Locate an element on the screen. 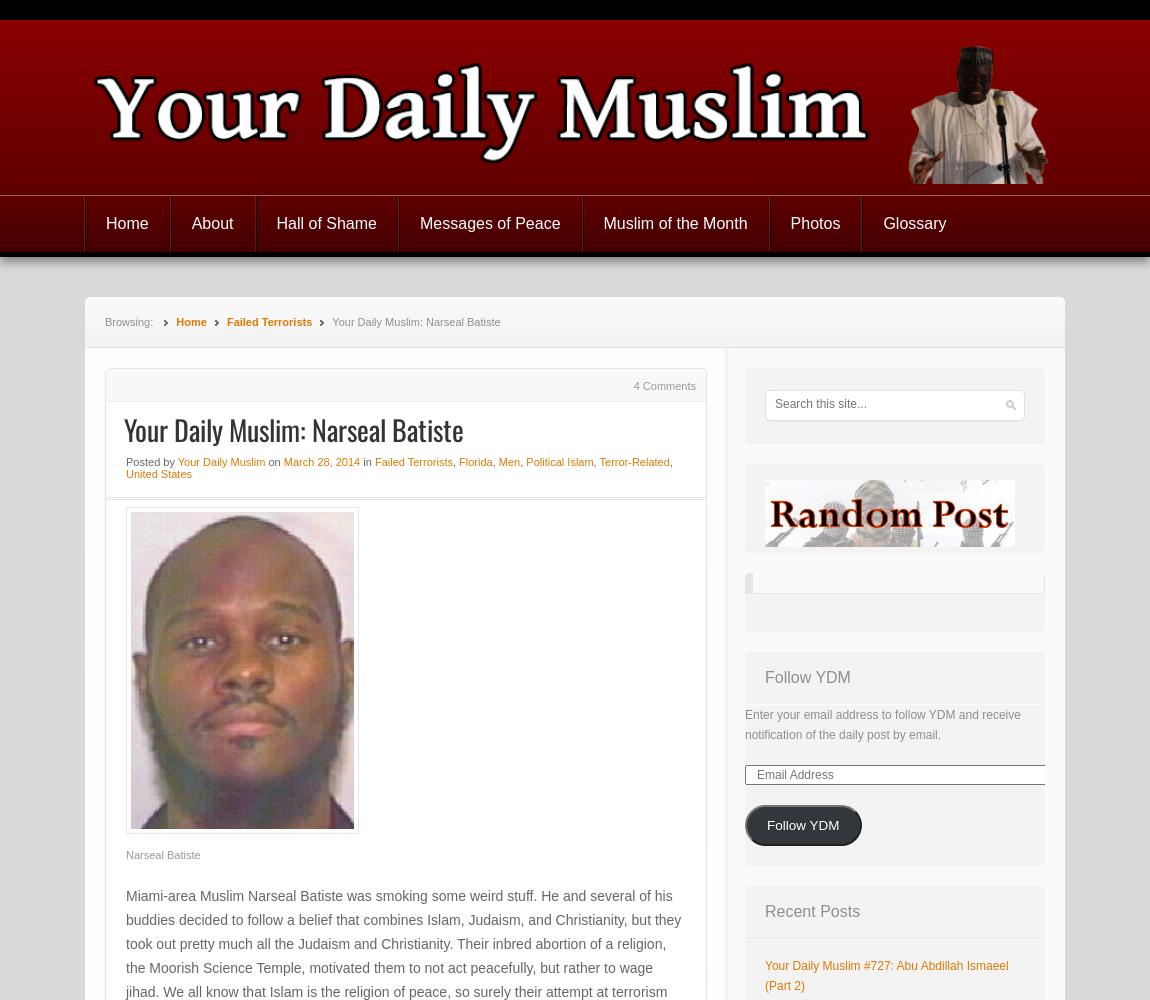  'by' is located at coordinates (168, 461).